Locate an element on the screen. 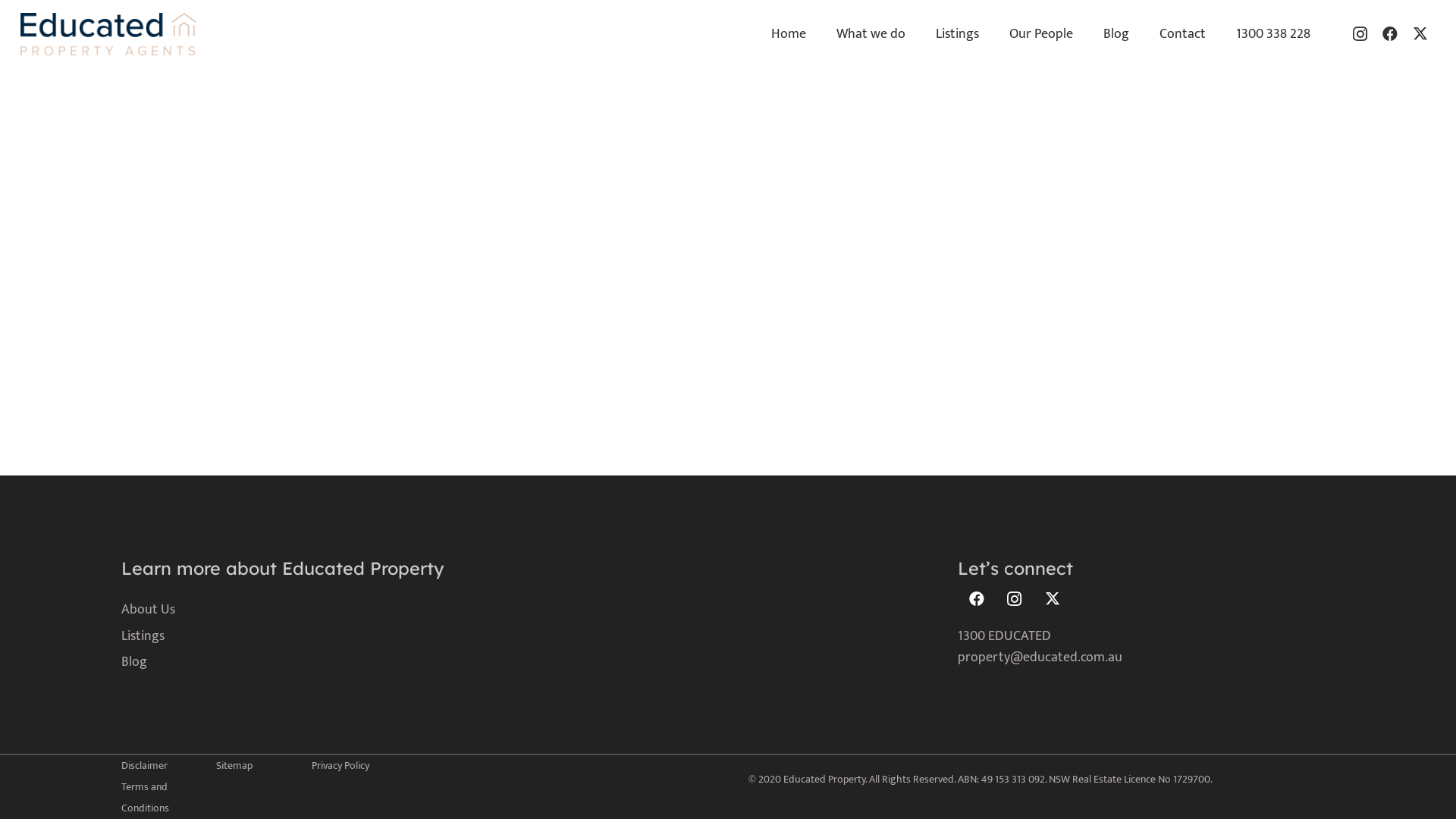 The width and height of the screenshot is (1456, 819). 'Instagram' is located at coordinates (1015, 598).